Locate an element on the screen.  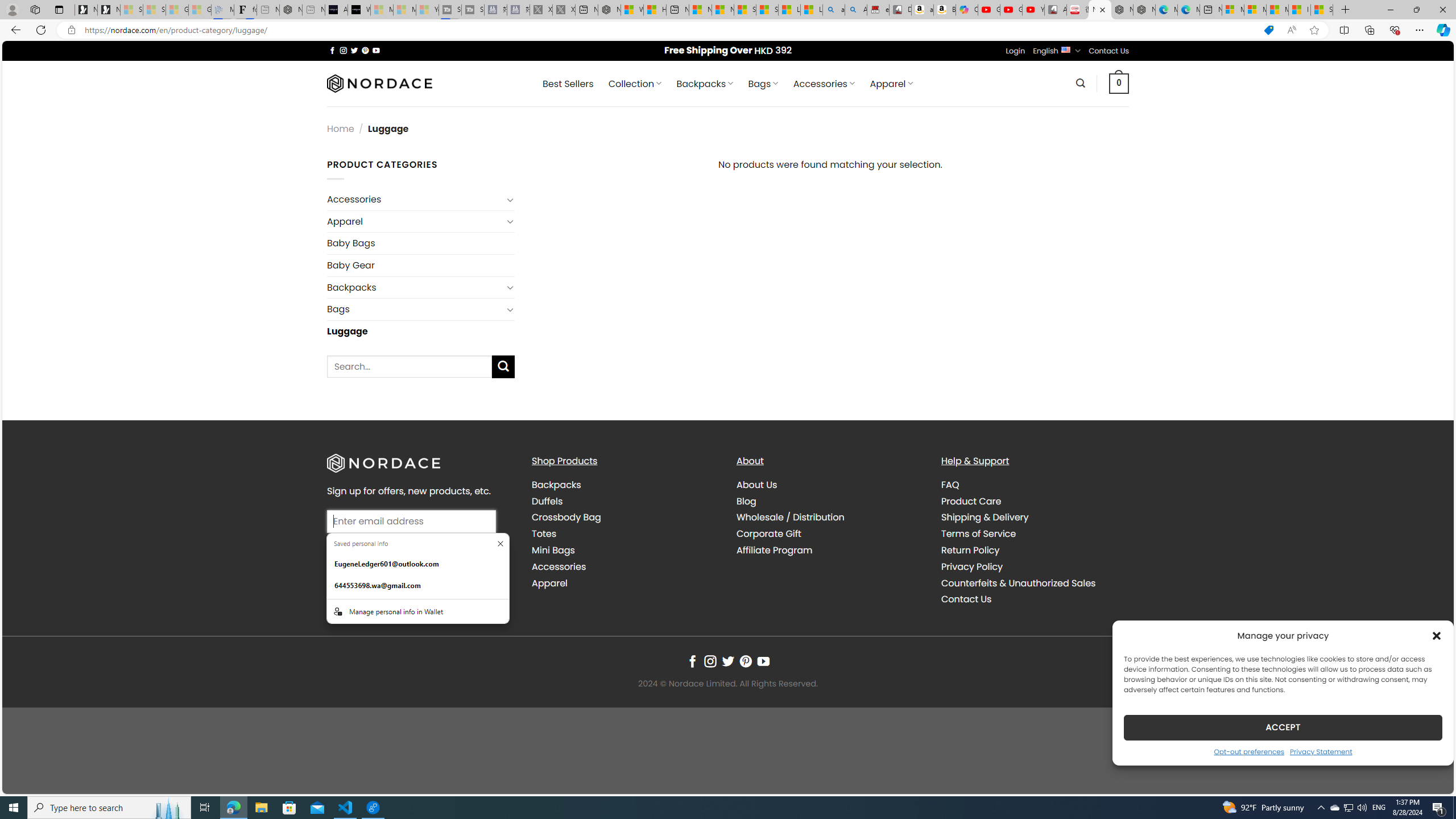
'All Cubot phones' is located at coordinates (1055, 9).